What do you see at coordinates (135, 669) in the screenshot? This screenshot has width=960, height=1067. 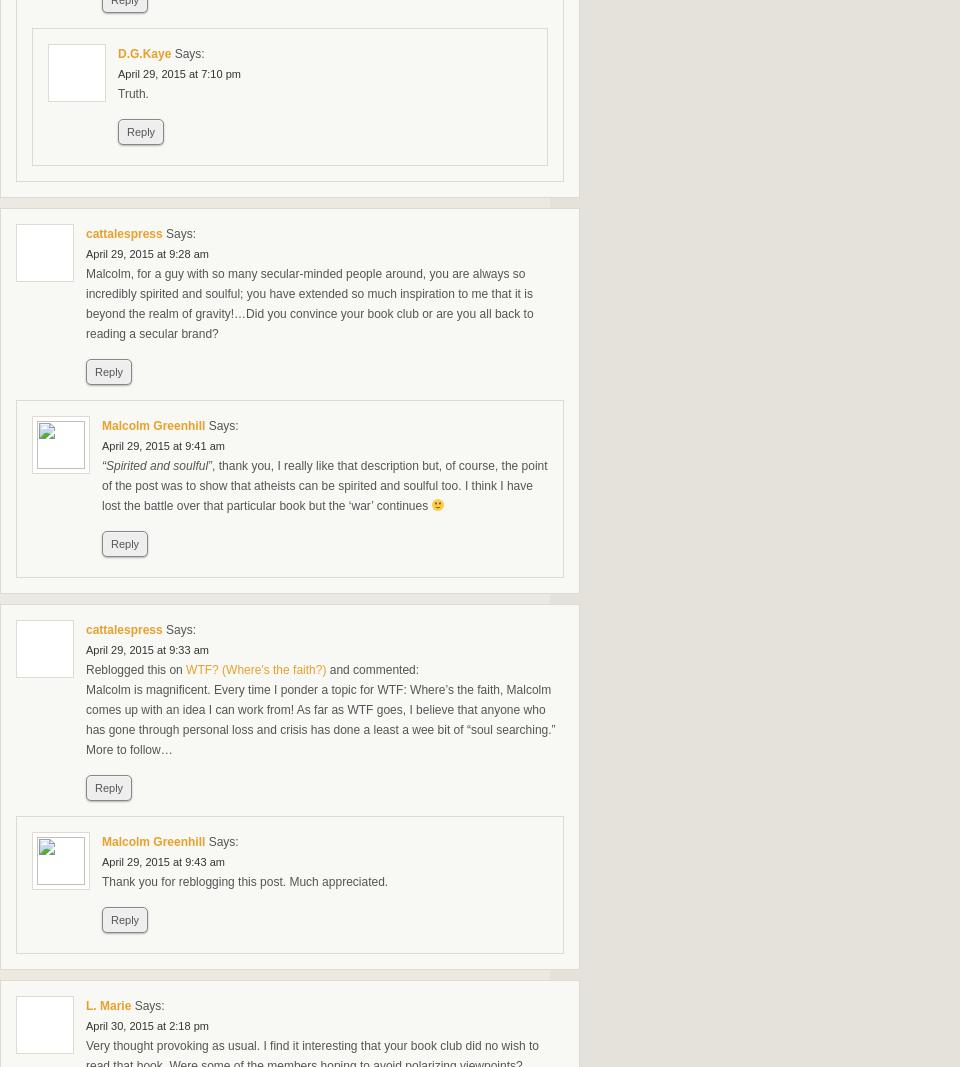 I see `'Reblogged this on'` at bounding box center [135, 669].